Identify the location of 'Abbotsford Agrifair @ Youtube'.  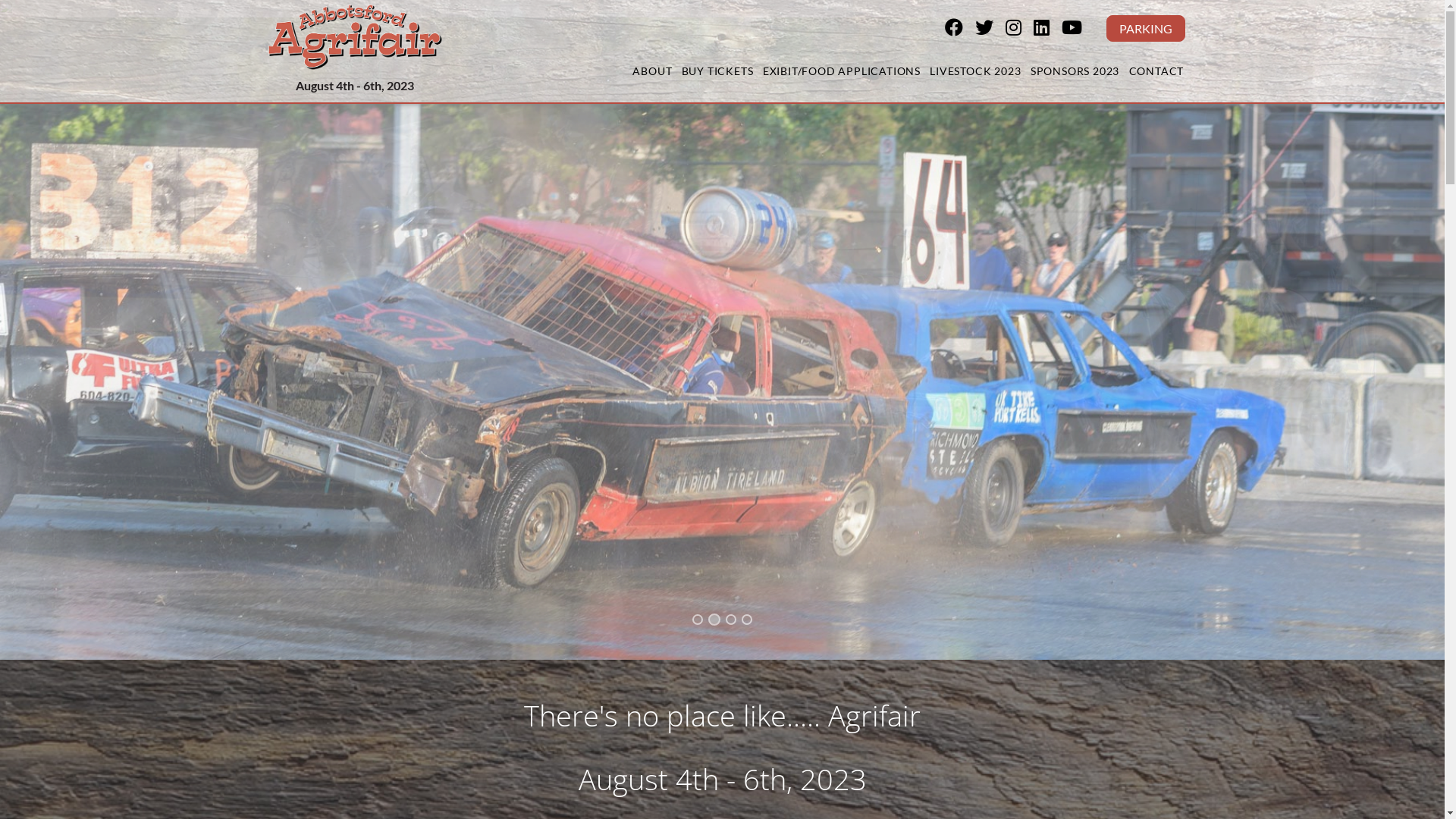
(1061, 29).